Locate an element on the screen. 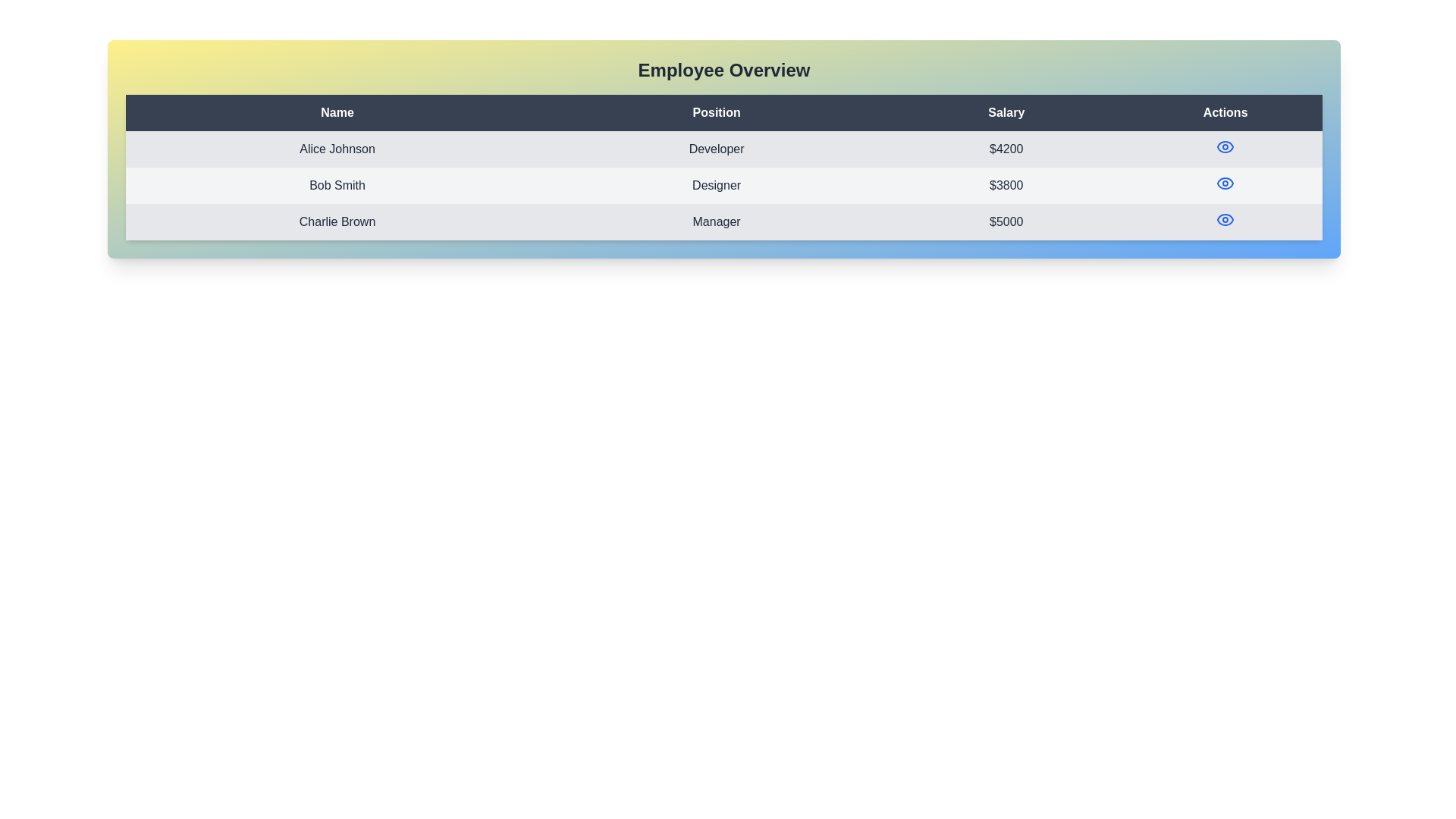 This screenshot has width=1456, height=819. the blue eye icon button in the 'Actions' column of the row labeled 'Bob Smith' to observe the scaling effect is located at coordinates (1225, 182).